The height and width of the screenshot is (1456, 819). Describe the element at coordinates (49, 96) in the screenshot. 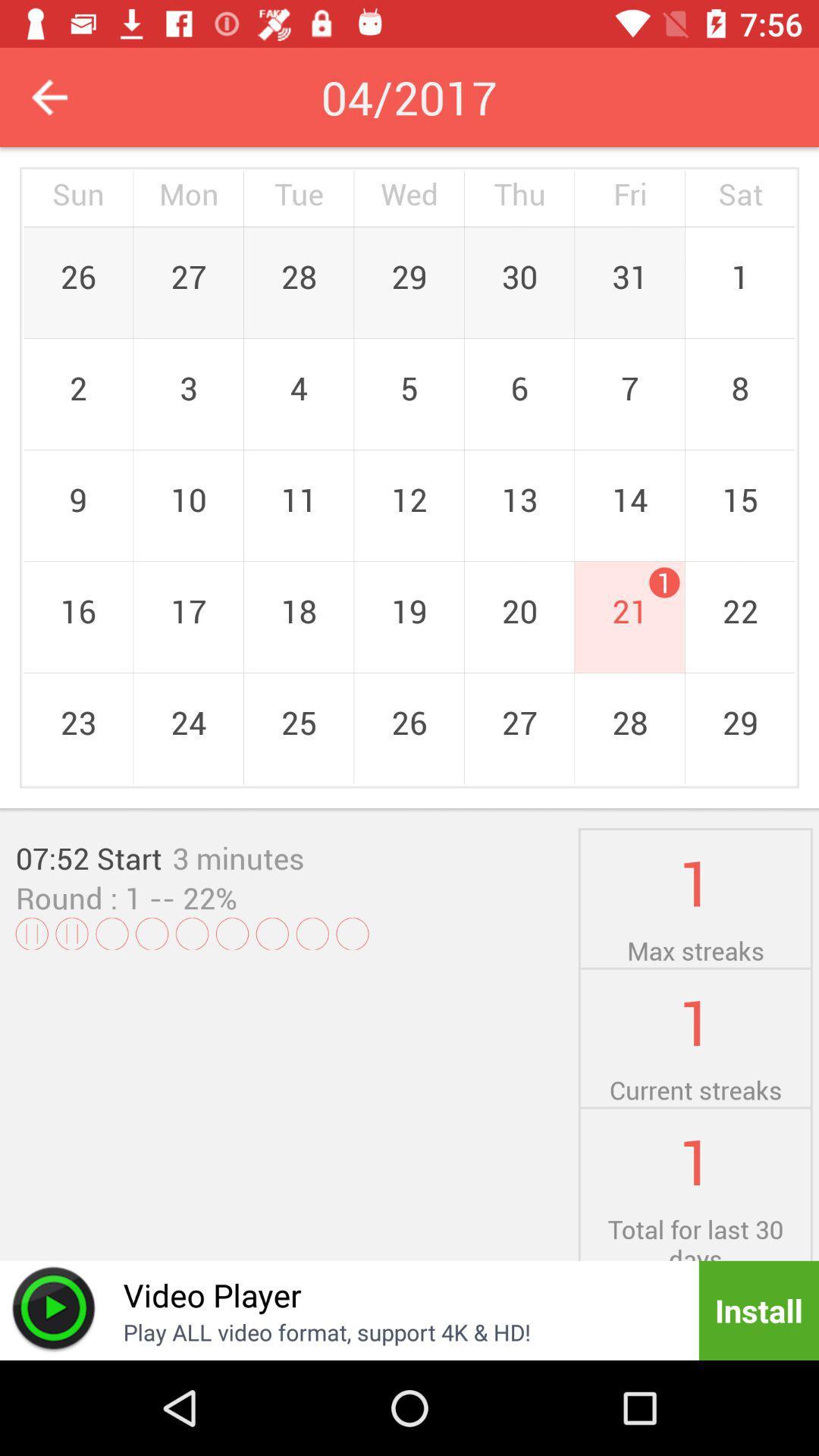

I see `the arrow_backward icon` at that location.